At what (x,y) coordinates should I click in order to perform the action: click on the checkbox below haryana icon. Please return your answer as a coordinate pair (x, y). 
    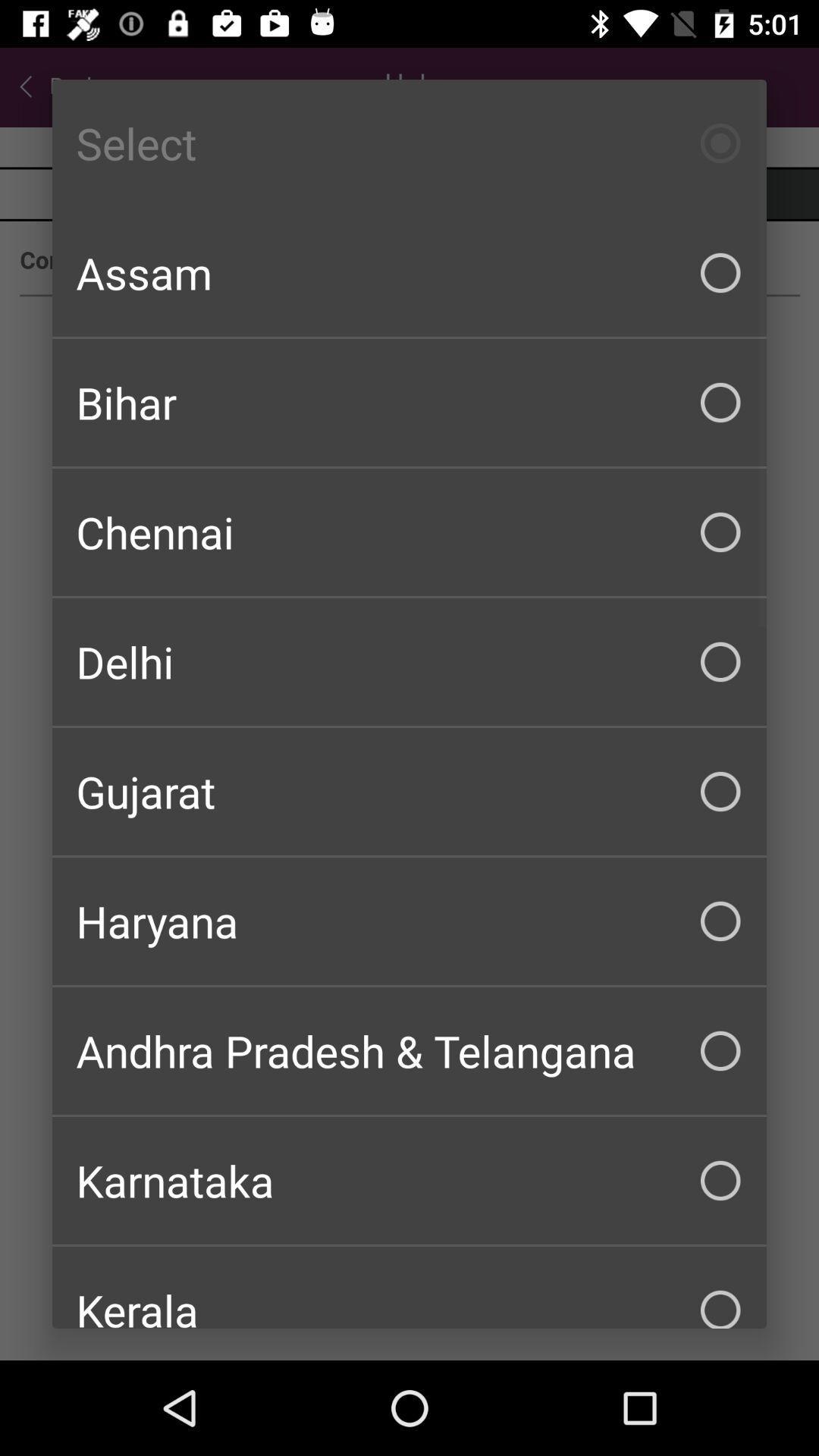
    Looking at the image, I should click on (409, 1050).